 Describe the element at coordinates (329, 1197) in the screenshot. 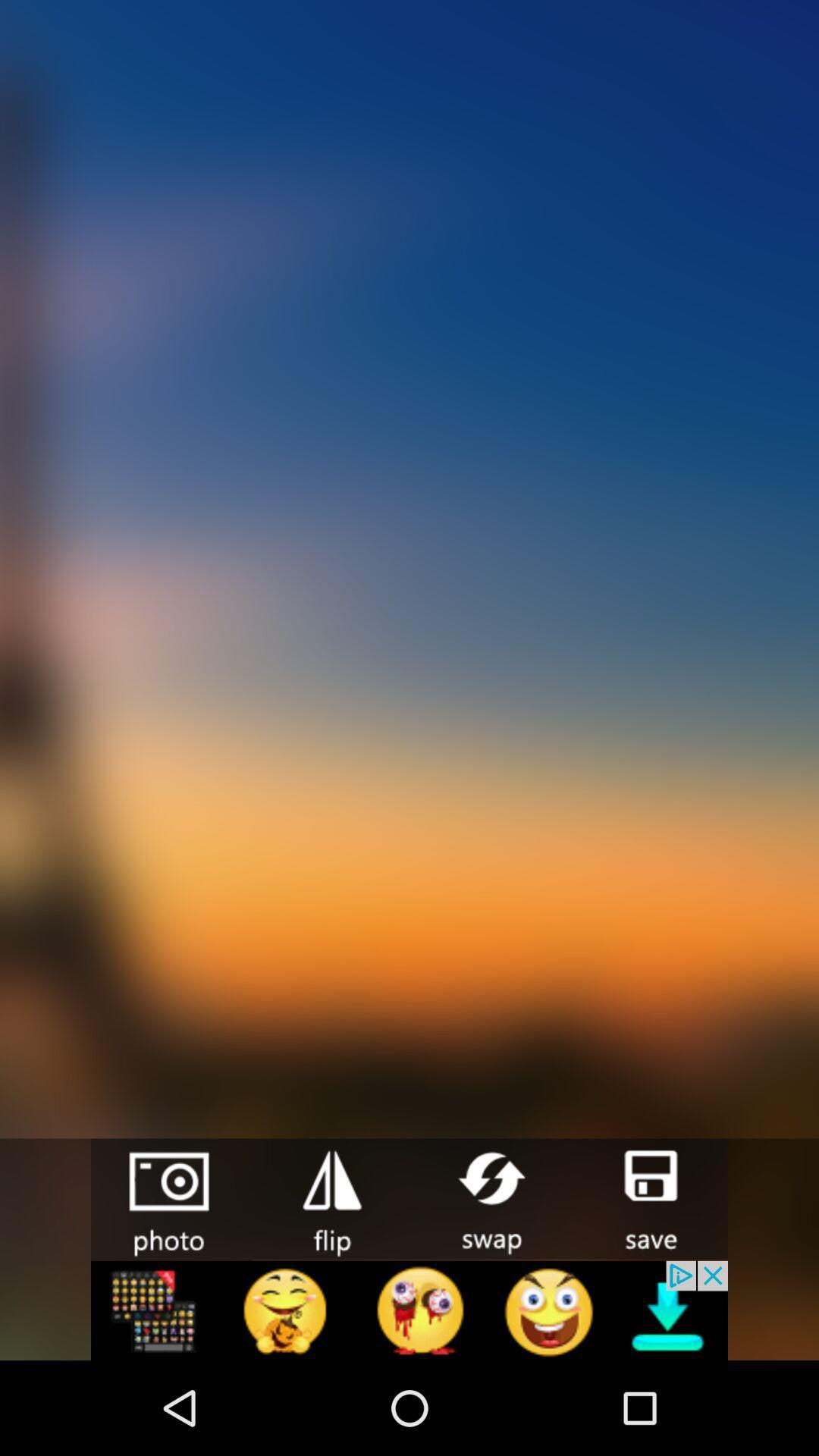

I see `setting page` at that location.